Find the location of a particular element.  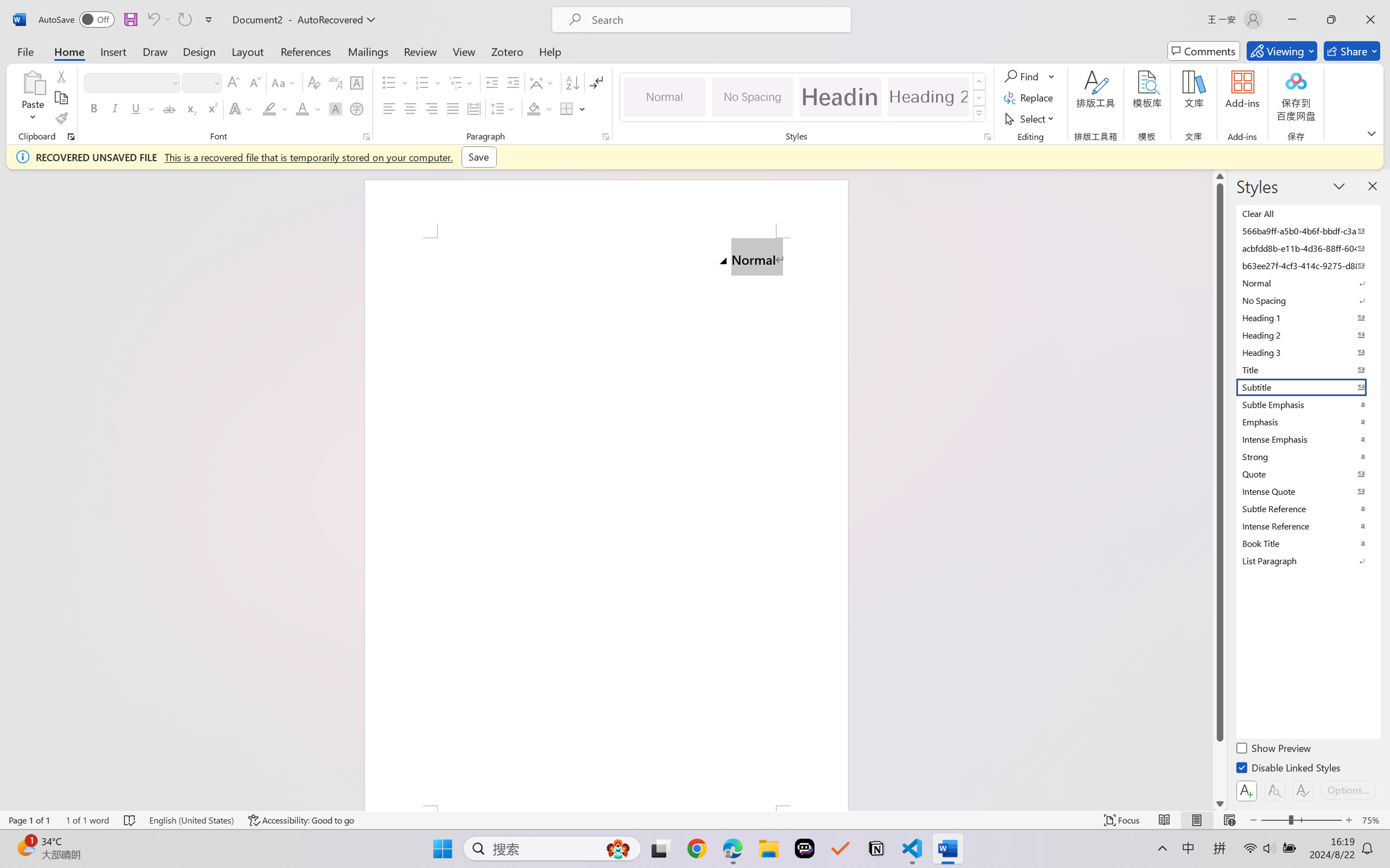

'Options...' is located at coordinates (1346, 789).